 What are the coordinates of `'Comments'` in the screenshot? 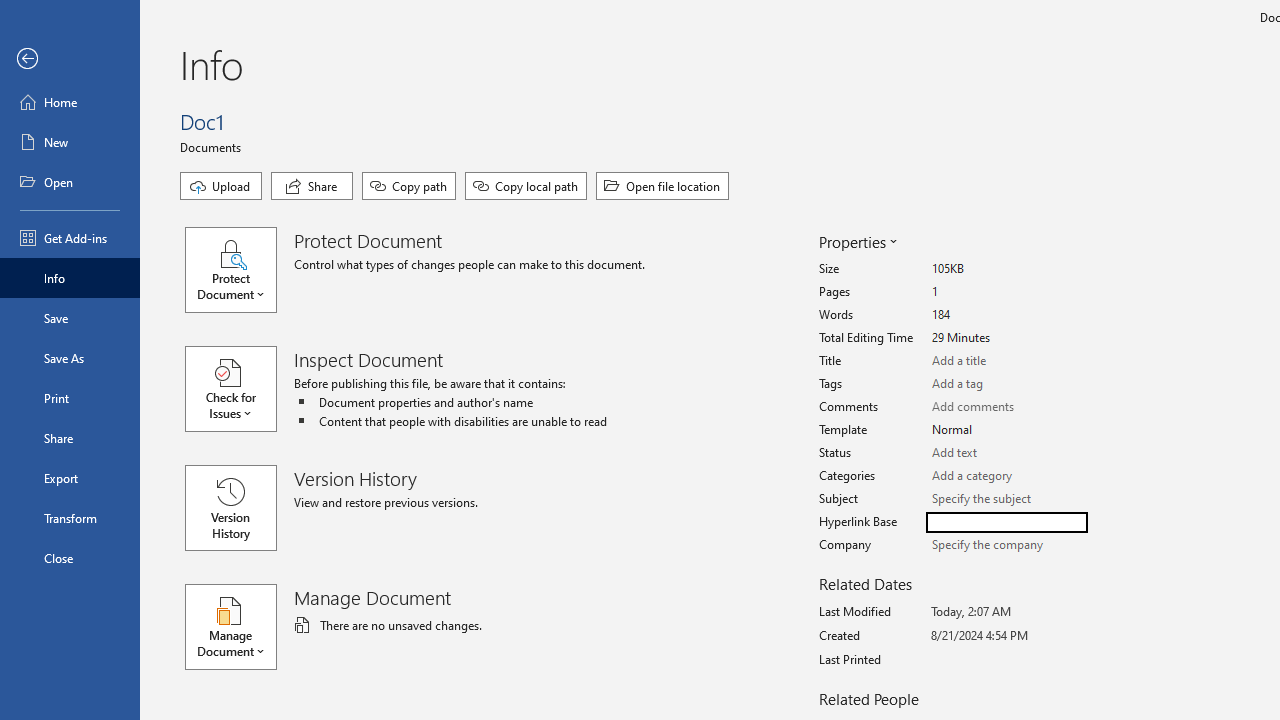 It's located at (1006, 406).